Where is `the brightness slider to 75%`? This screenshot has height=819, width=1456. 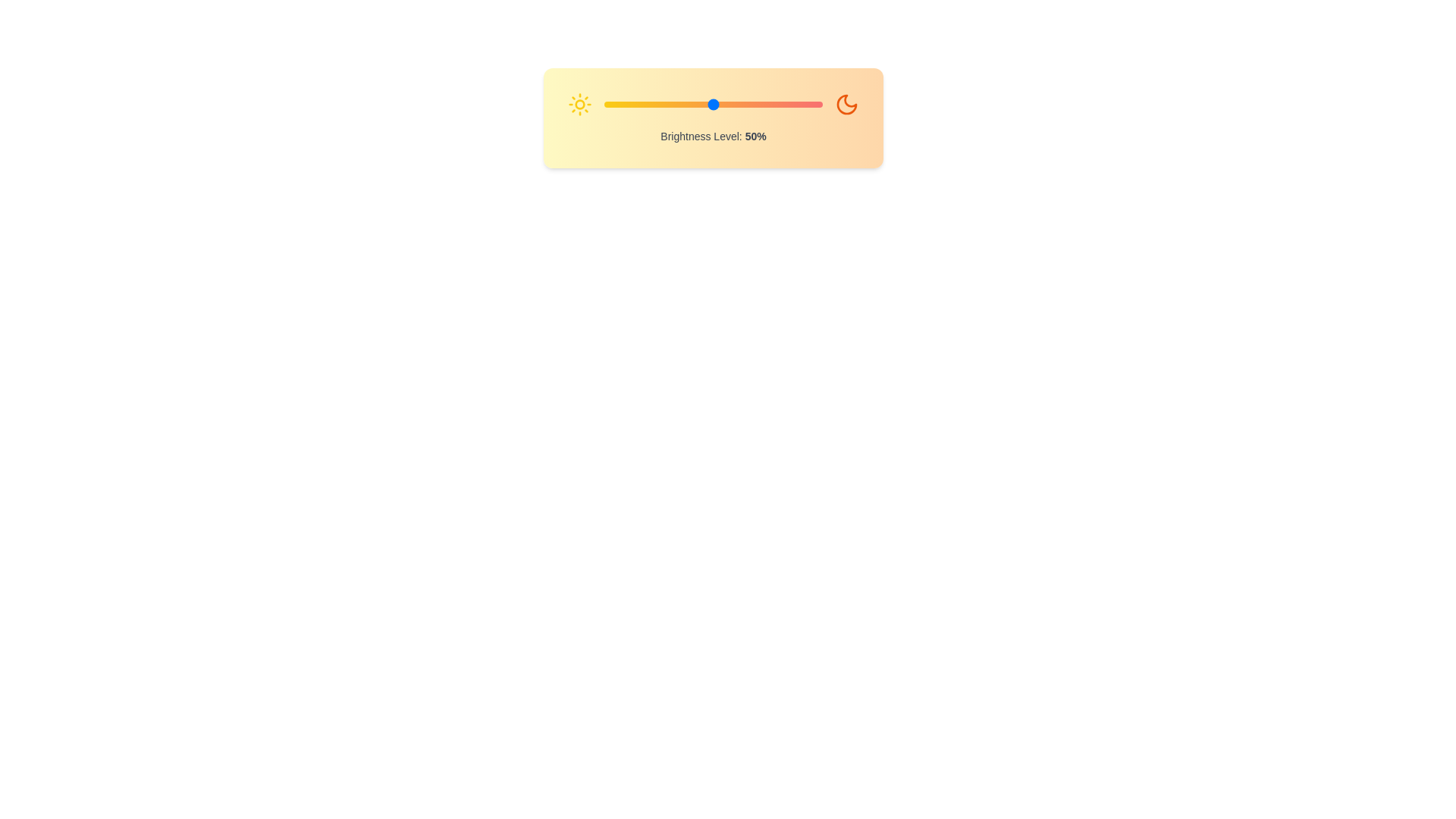 the brightness slider to 75% is located at coordinates (767, 104).